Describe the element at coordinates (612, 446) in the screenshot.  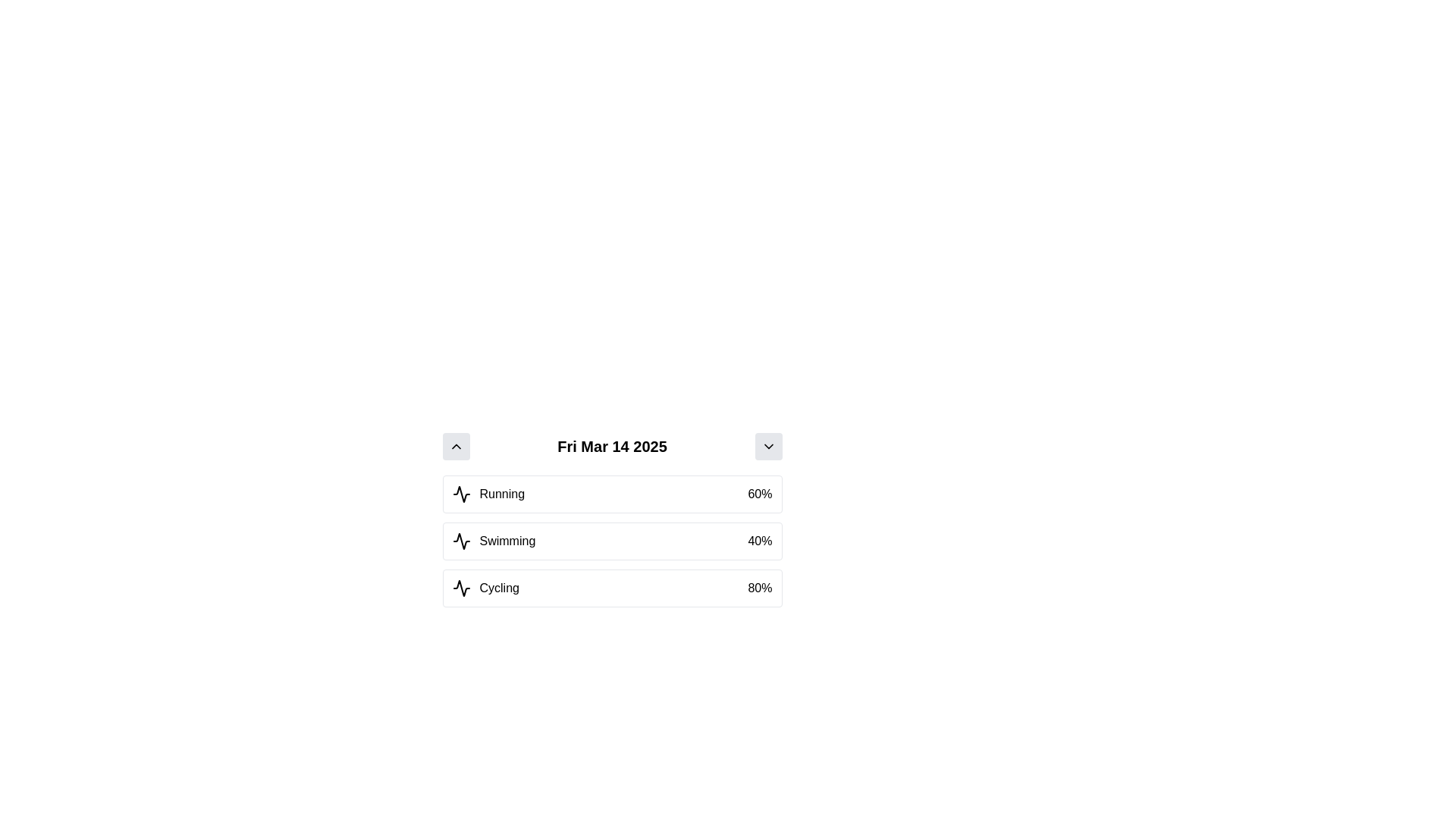
I see `text displayed in the rectangular section showing 'Fri Mar 14 2025', located between the upward and downward arrow buttons` at that location.